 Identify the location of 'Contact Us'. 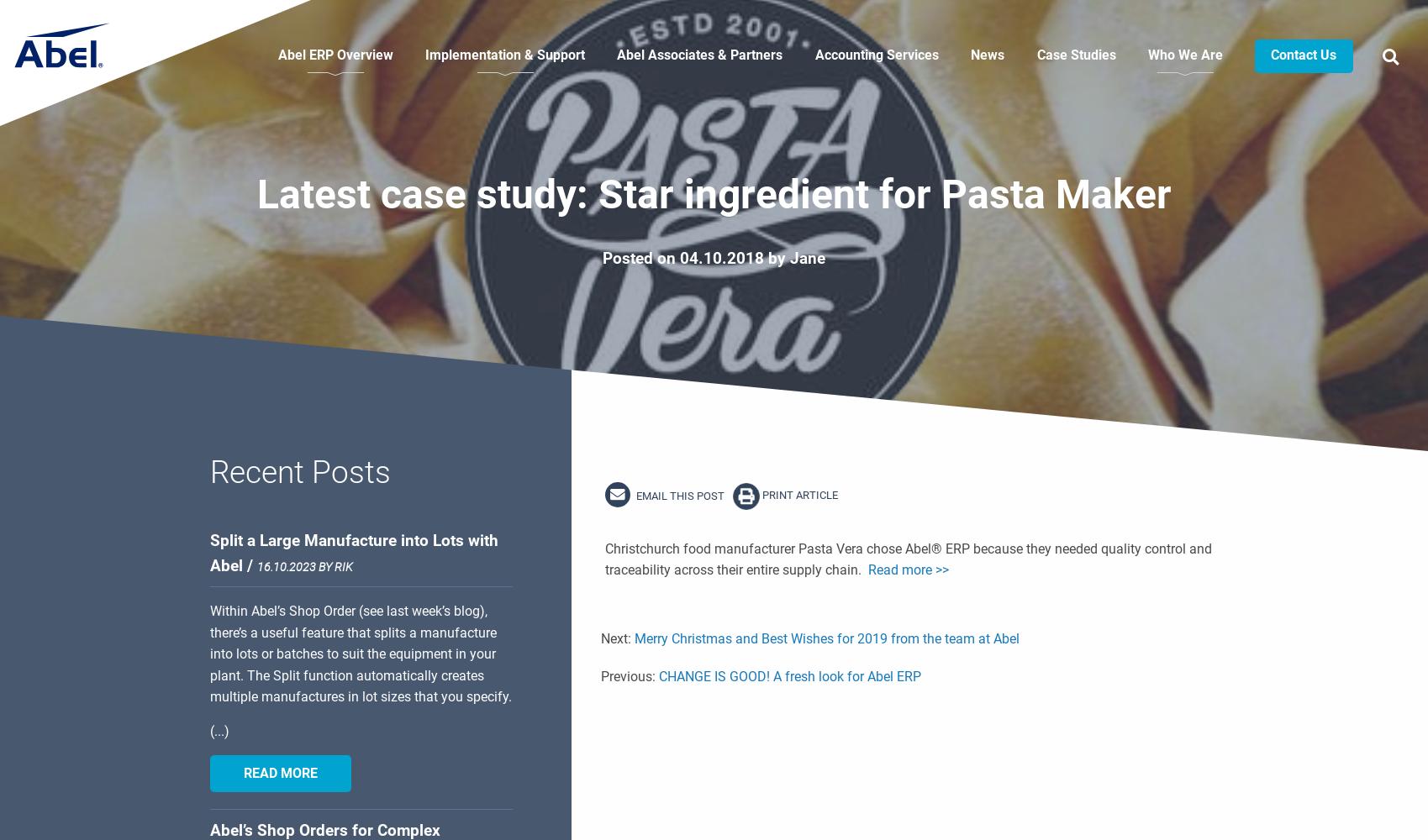
(1304, 54).